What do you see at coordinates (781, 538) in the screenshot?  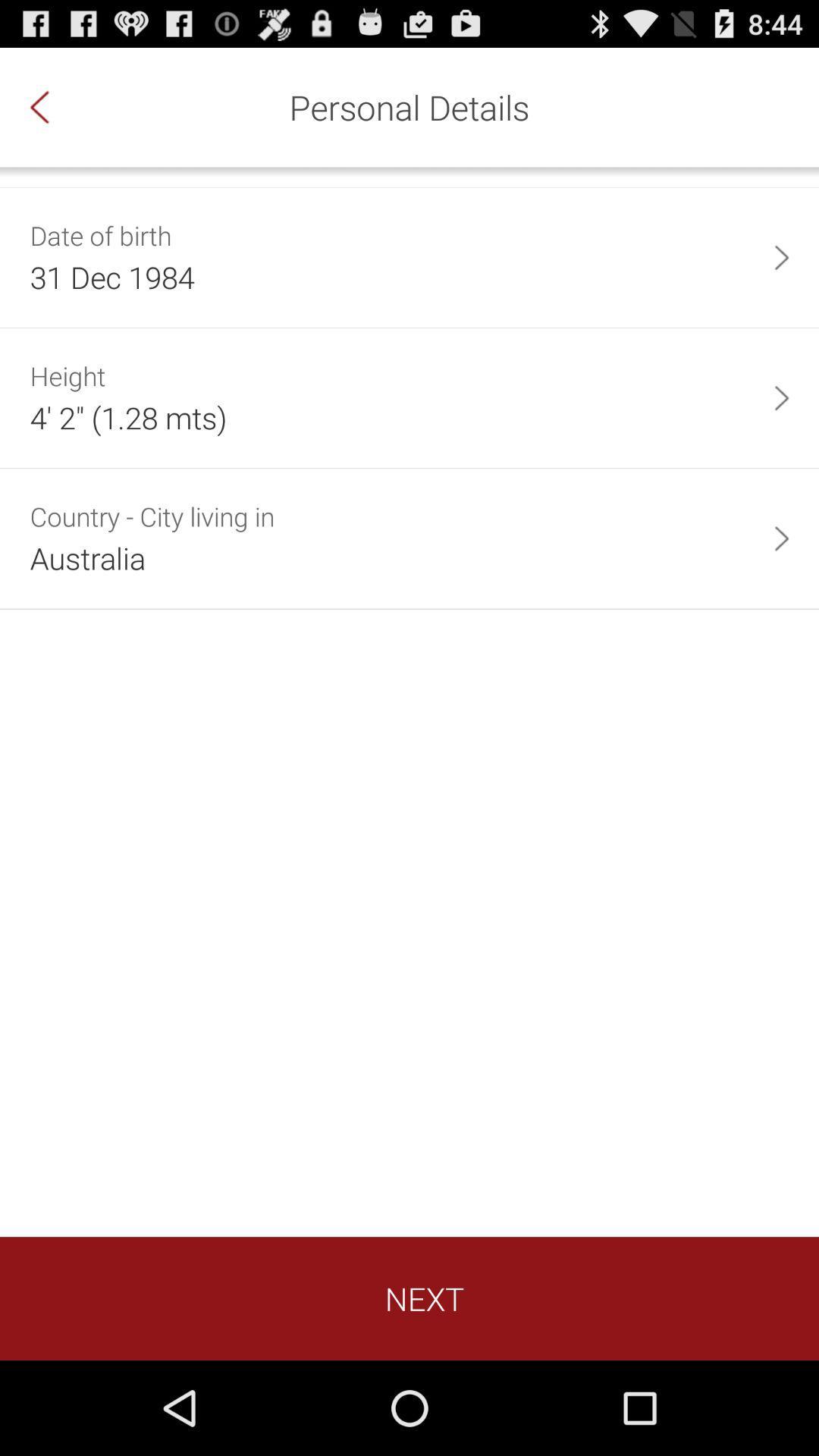 I see `app to the right of country city living item` at bounding box center [781, 538].